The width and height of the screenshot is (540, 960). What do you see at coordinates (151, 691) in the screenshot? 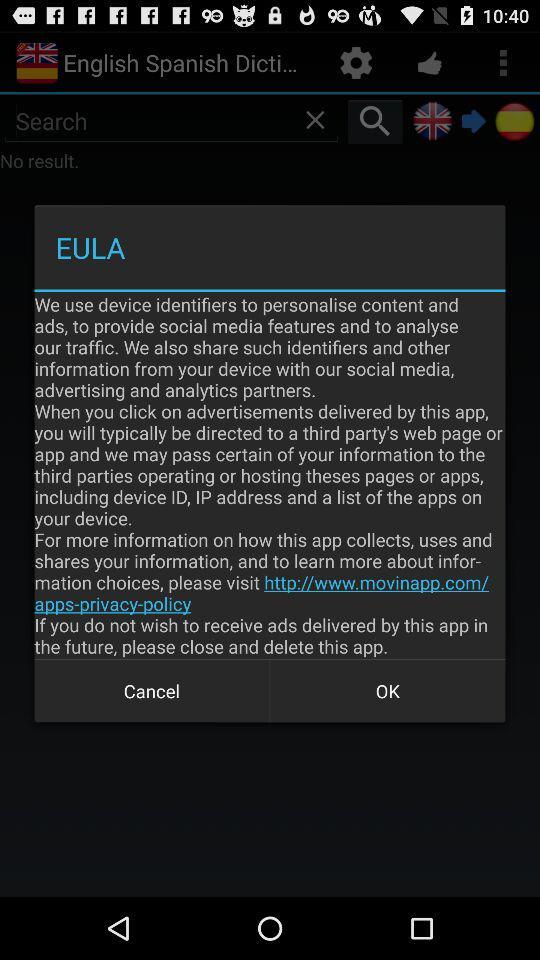
I see `the icon to the left of ok item` at bounding box center [151, 691].